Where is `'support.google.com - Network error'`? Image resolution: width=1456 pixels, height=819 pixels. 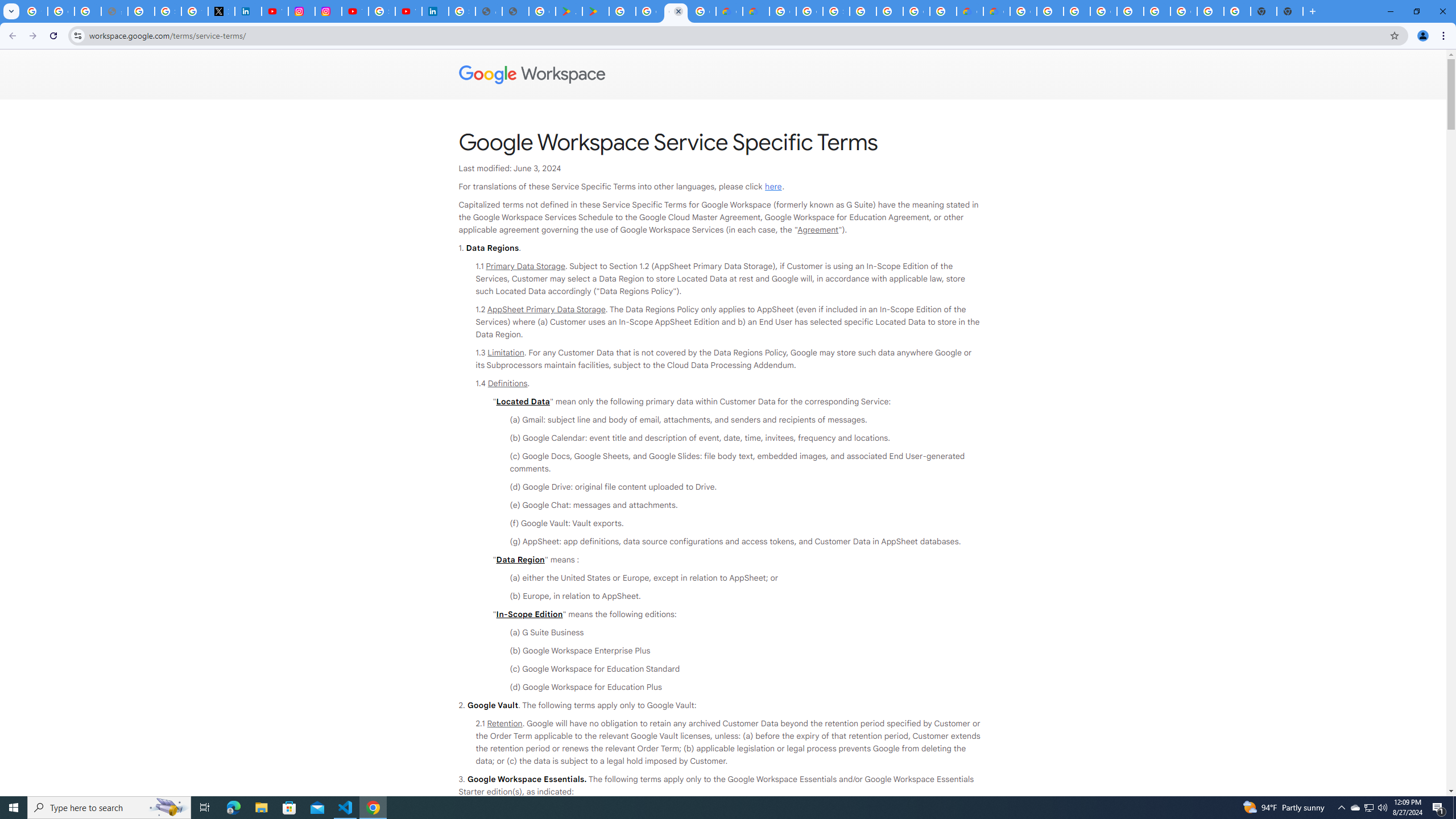
'support.google.com - Network error' is located at coordinates (113, 11).